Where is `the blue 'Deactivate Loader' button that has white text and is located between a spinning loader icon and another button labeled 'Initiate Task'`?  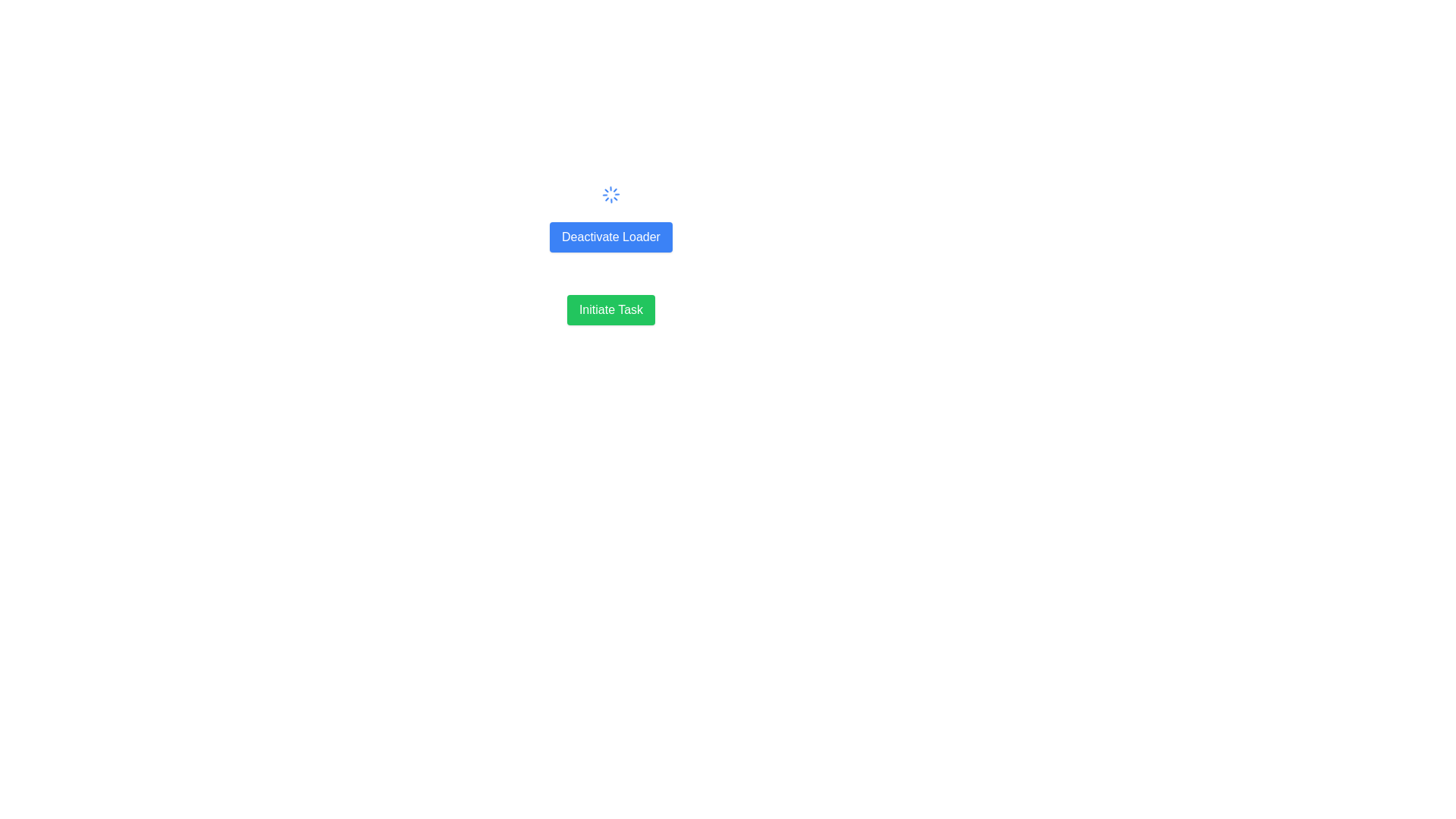
the blue 'Deactivate Loader' button that has white text and is located between a spinning loader icon and another button labeled 'Initiate Task' is located at coordinates (611, 237).